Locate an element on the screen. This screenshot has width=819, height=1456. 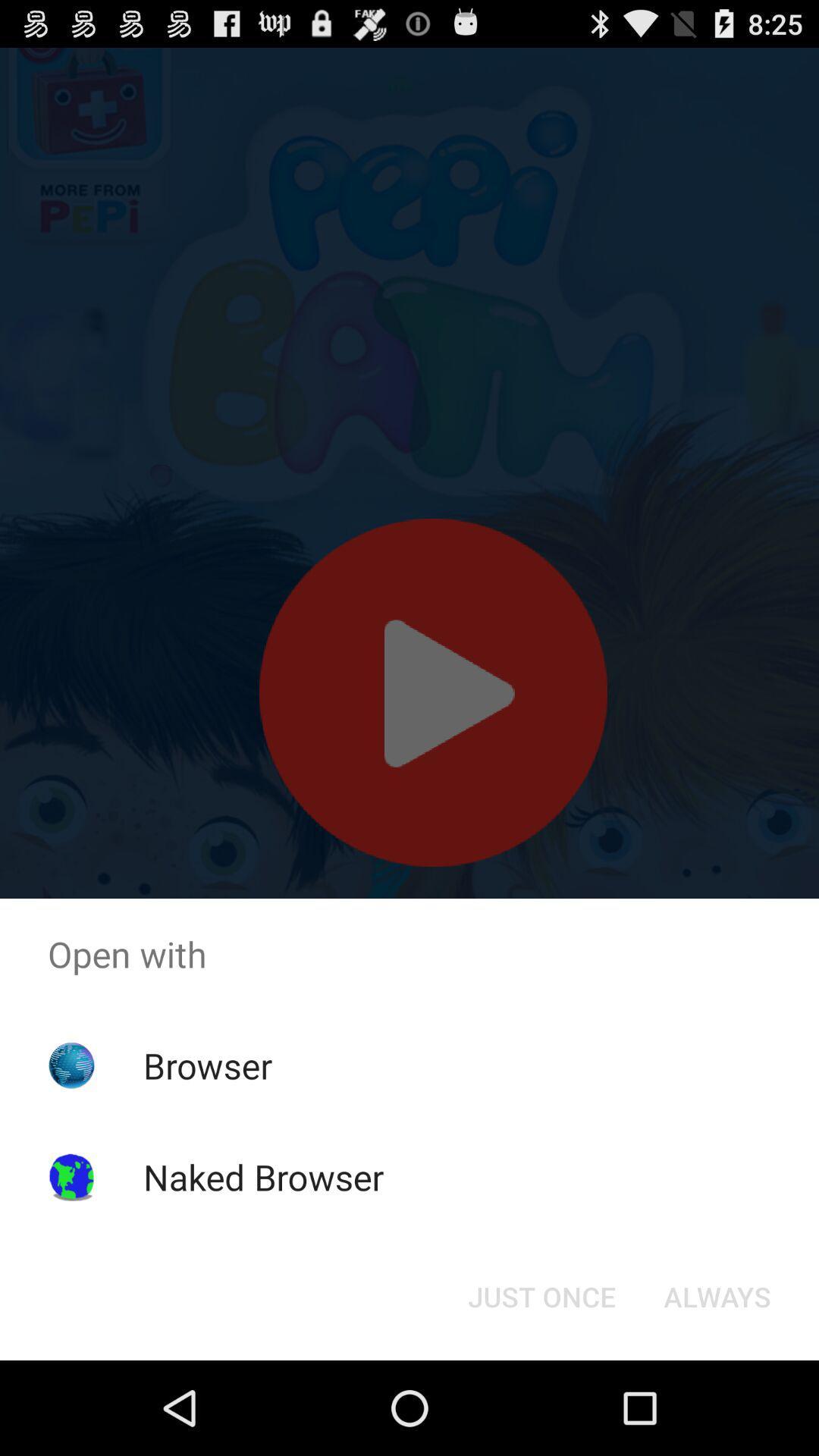
the item next to always is located at coordinates (541, 1295).